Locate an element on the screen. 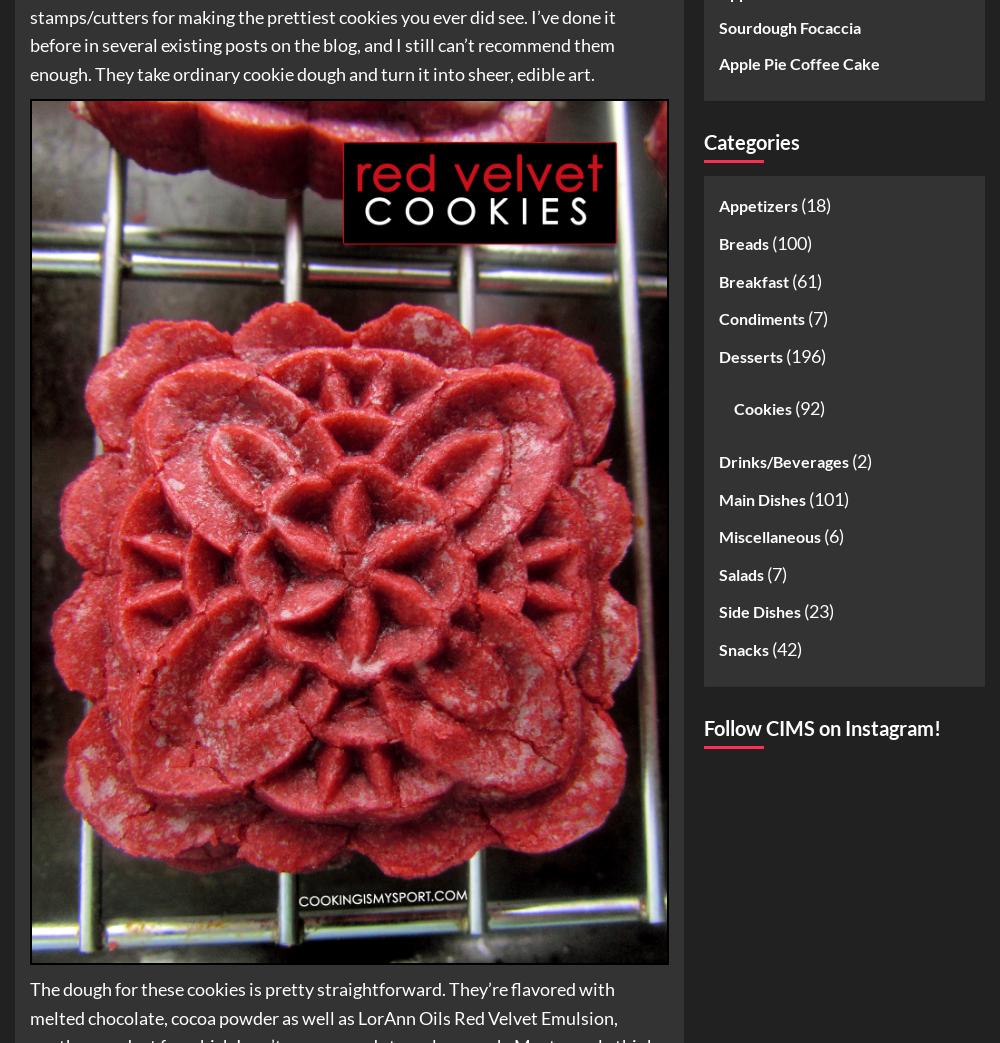 This screenshot has width=1000, height=1043. 'Categories' is located at coordinates (752, 141).